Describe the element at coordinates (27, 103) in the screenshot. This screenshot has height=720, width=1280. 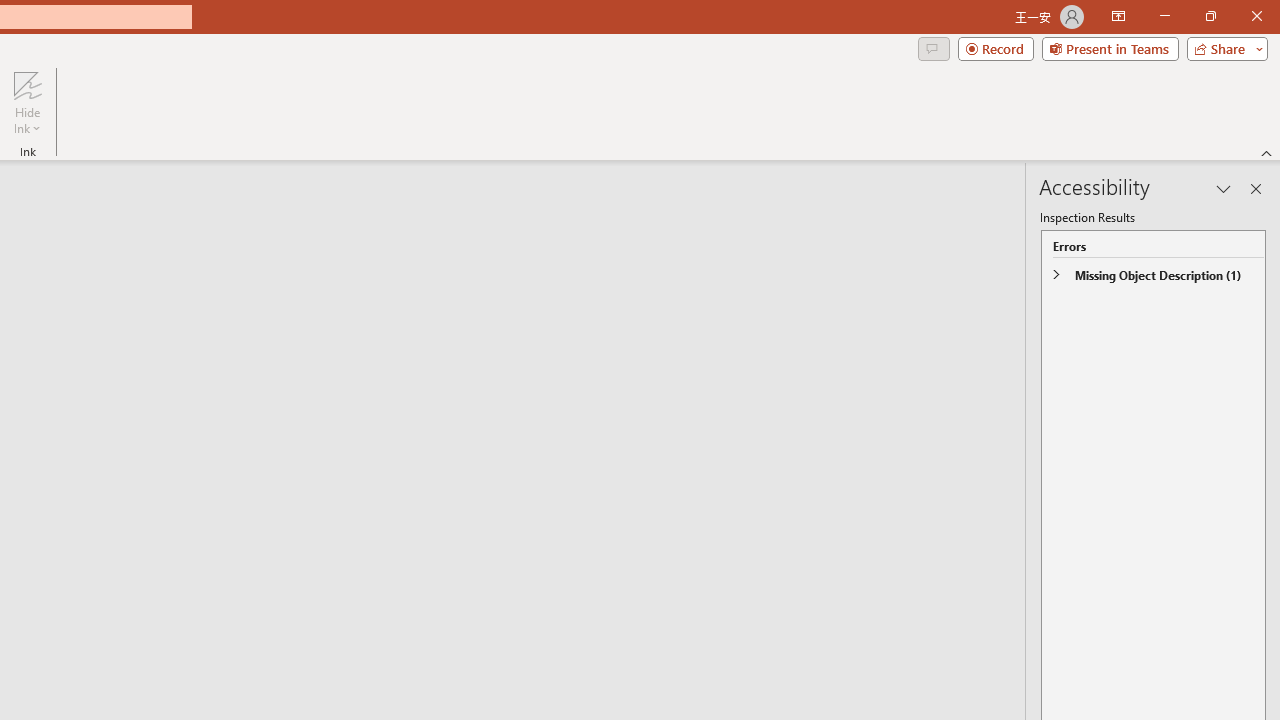
I see `'Hide Ink'` at that location.